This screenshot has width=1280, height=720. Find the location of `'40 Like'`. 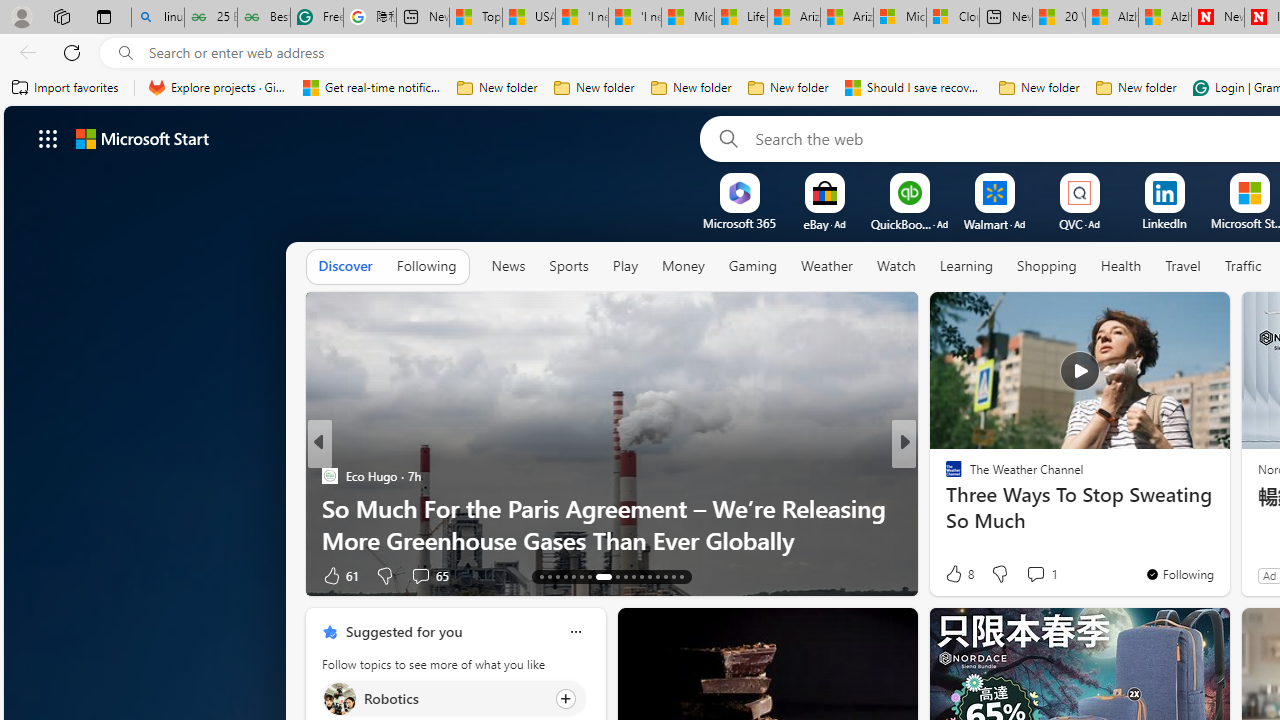

'40 Like' is located at coordinates (955, 575).